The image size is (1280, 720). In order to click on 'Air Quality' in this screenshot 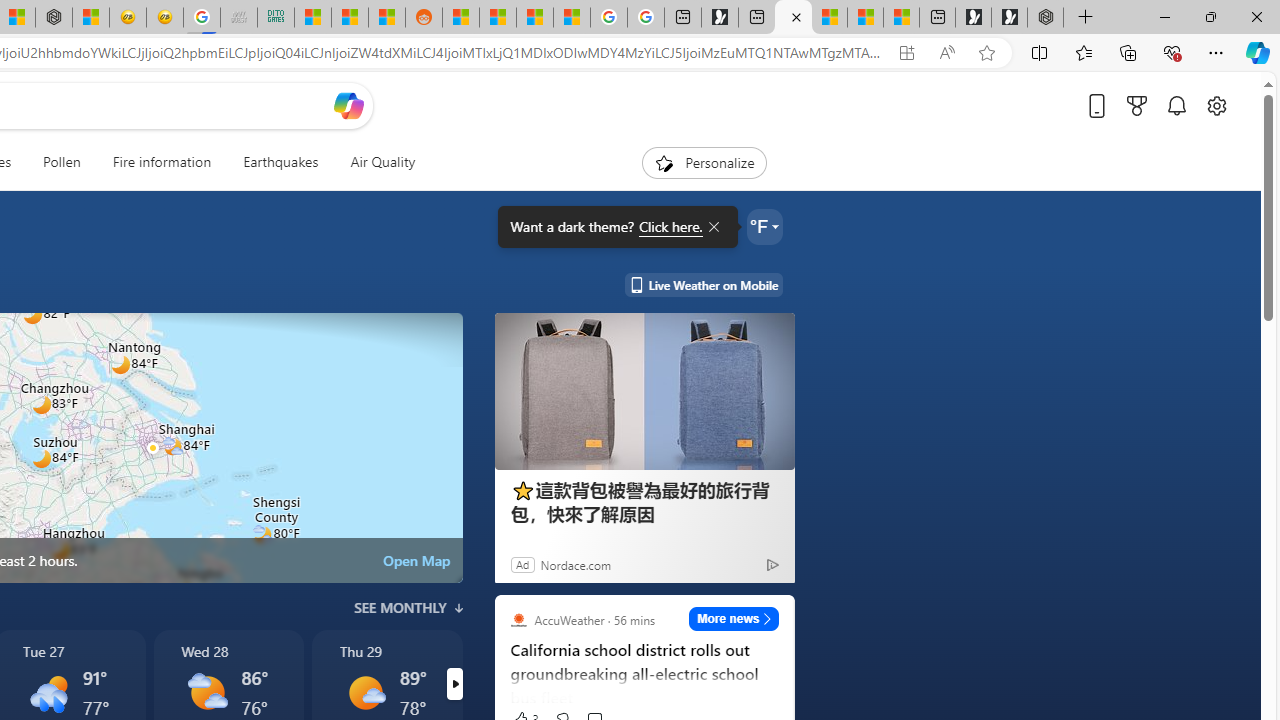, I will do `click(375, 162)`.